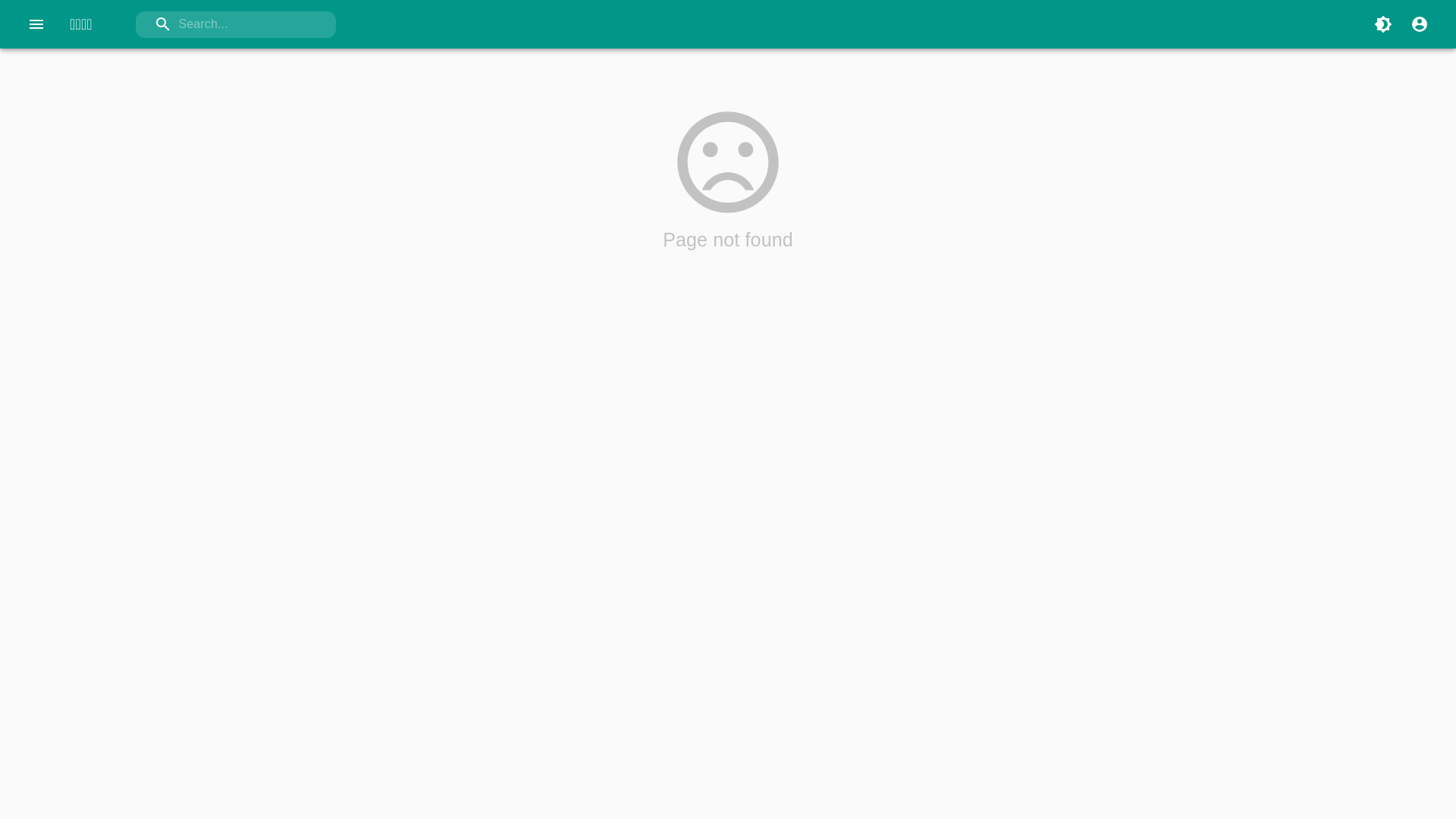 This screenshot has height=819, width=1456. I want to click on 'Switch to dark theme', so click(1365, 24).